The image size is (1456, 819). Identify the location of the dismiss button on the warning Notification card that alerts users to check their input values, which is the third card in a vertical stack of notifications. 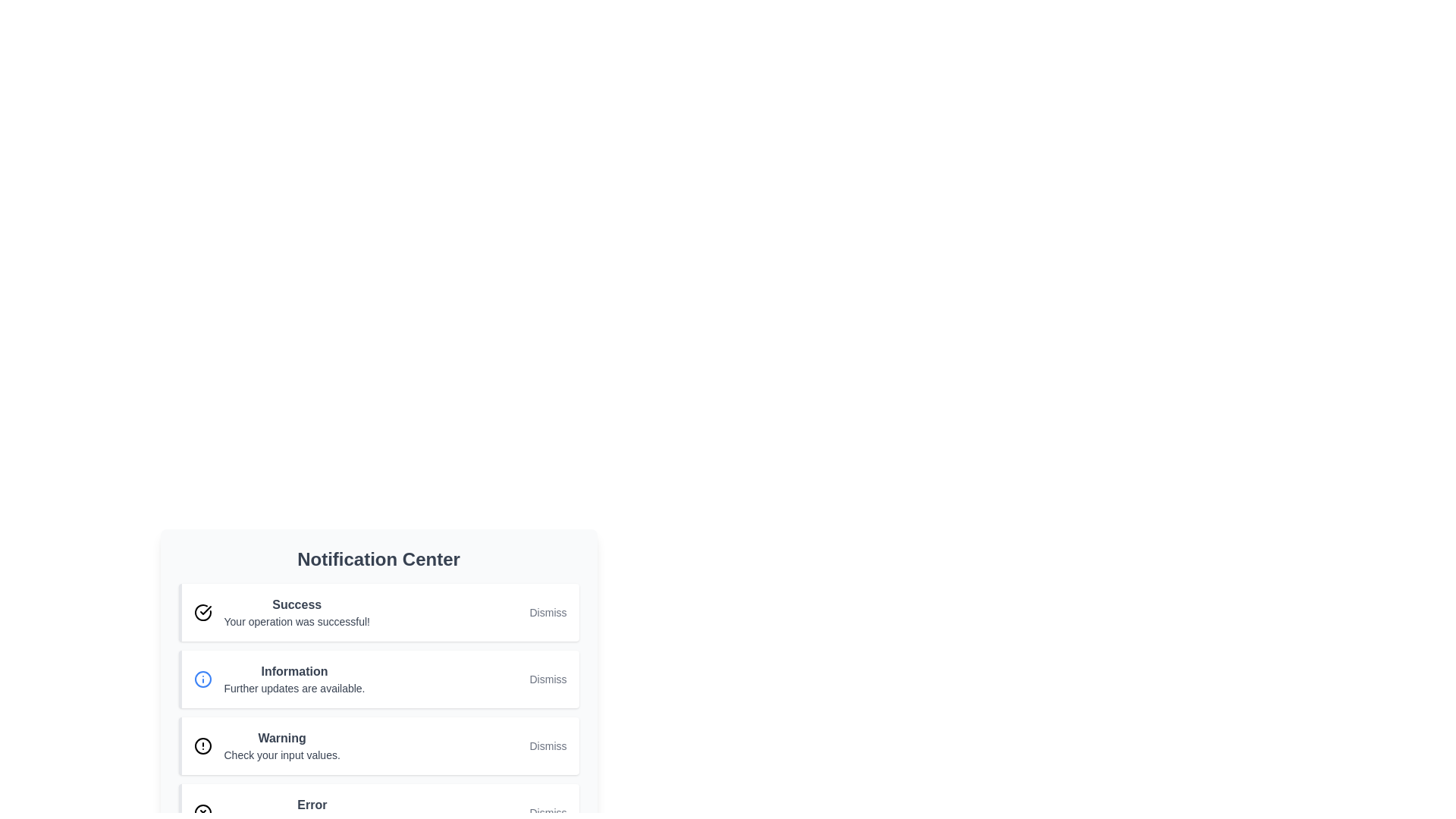
(378, 745).